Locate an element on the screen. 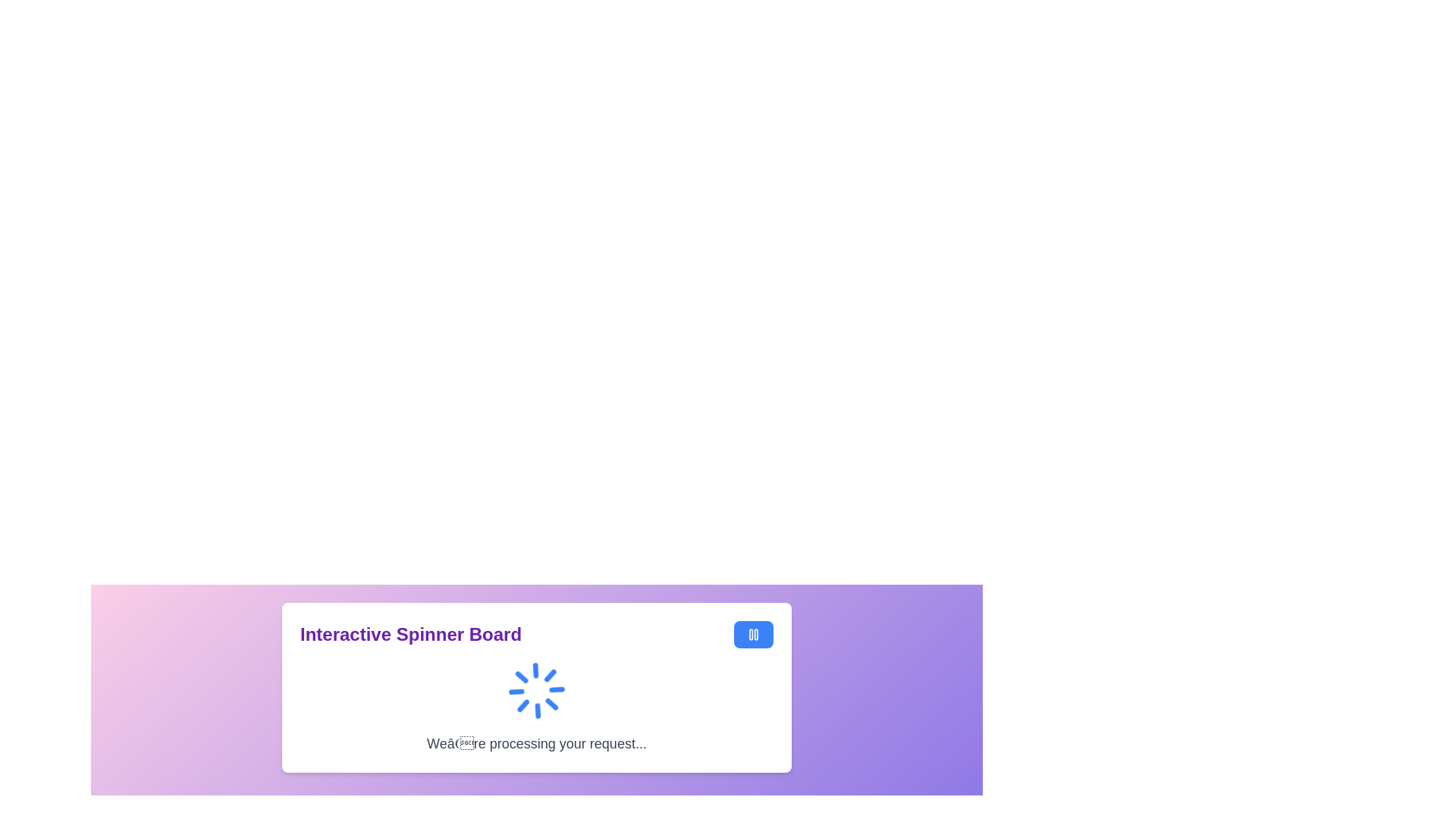 Image resolution: width=1456 pixels, height=819 pixels. the rectangular button with a bright blue background and a pause symbol icon by is located at coordinates (753, 635).